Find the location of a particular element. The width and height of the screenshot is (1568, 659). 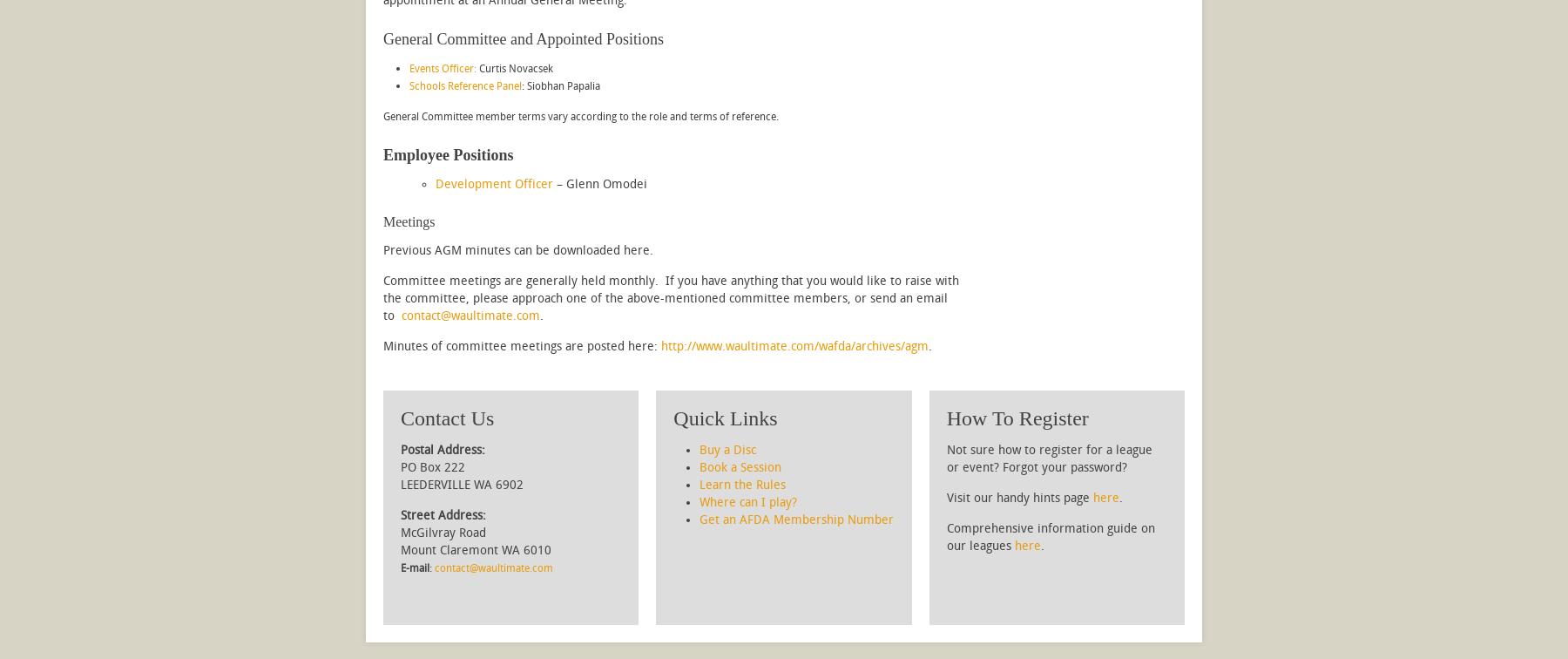

'Previous AGM minutes can be downloaded here.' is located at coordinates (518, 250).